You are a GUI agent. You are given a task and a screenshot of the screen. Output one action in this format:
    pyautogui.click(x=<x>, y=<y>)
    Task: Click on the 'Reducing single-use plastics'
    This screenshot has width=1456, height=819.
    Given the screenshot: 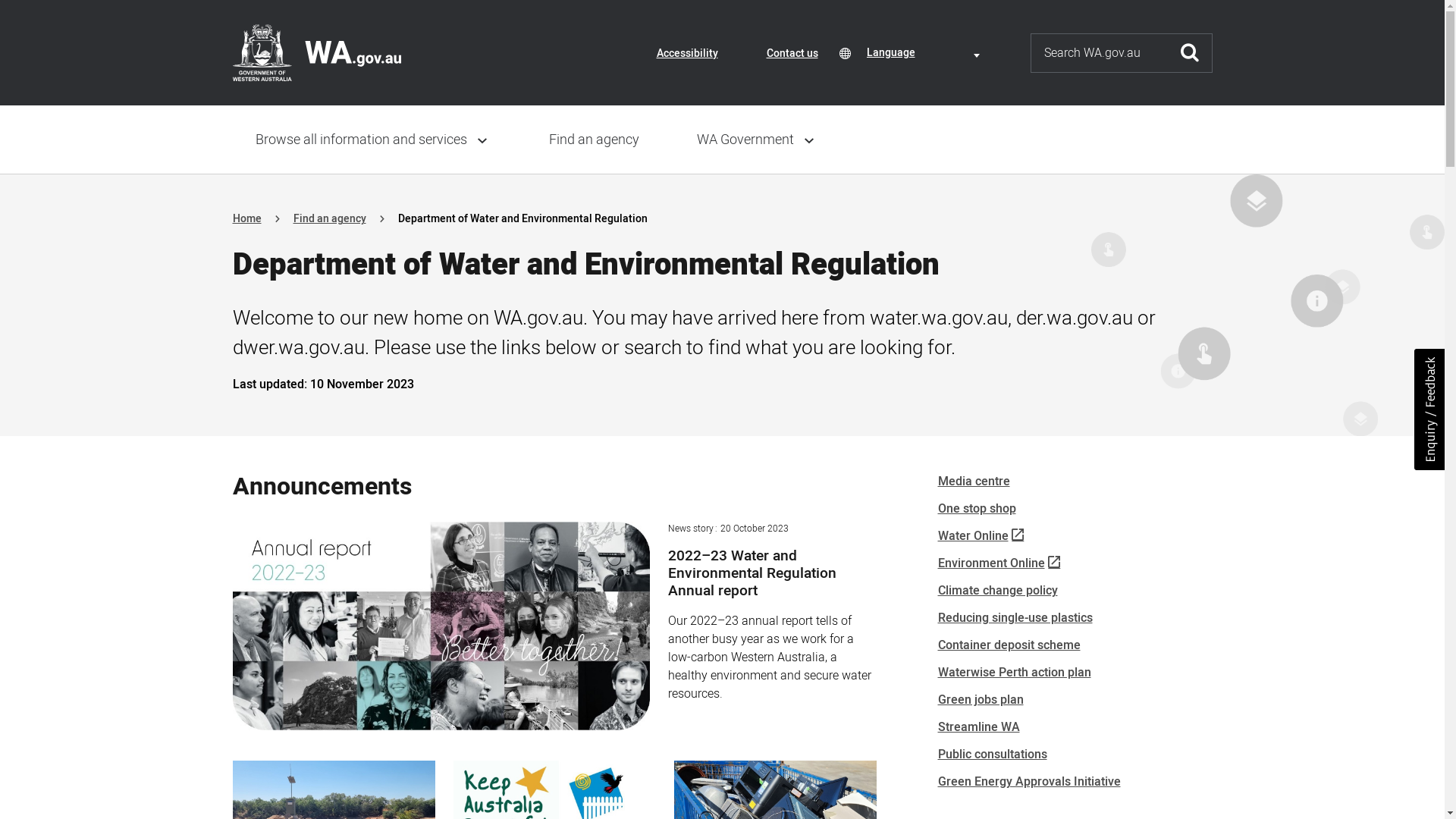 What is the action you would take?
    pyautogui.click(x=1015, y=617)
    